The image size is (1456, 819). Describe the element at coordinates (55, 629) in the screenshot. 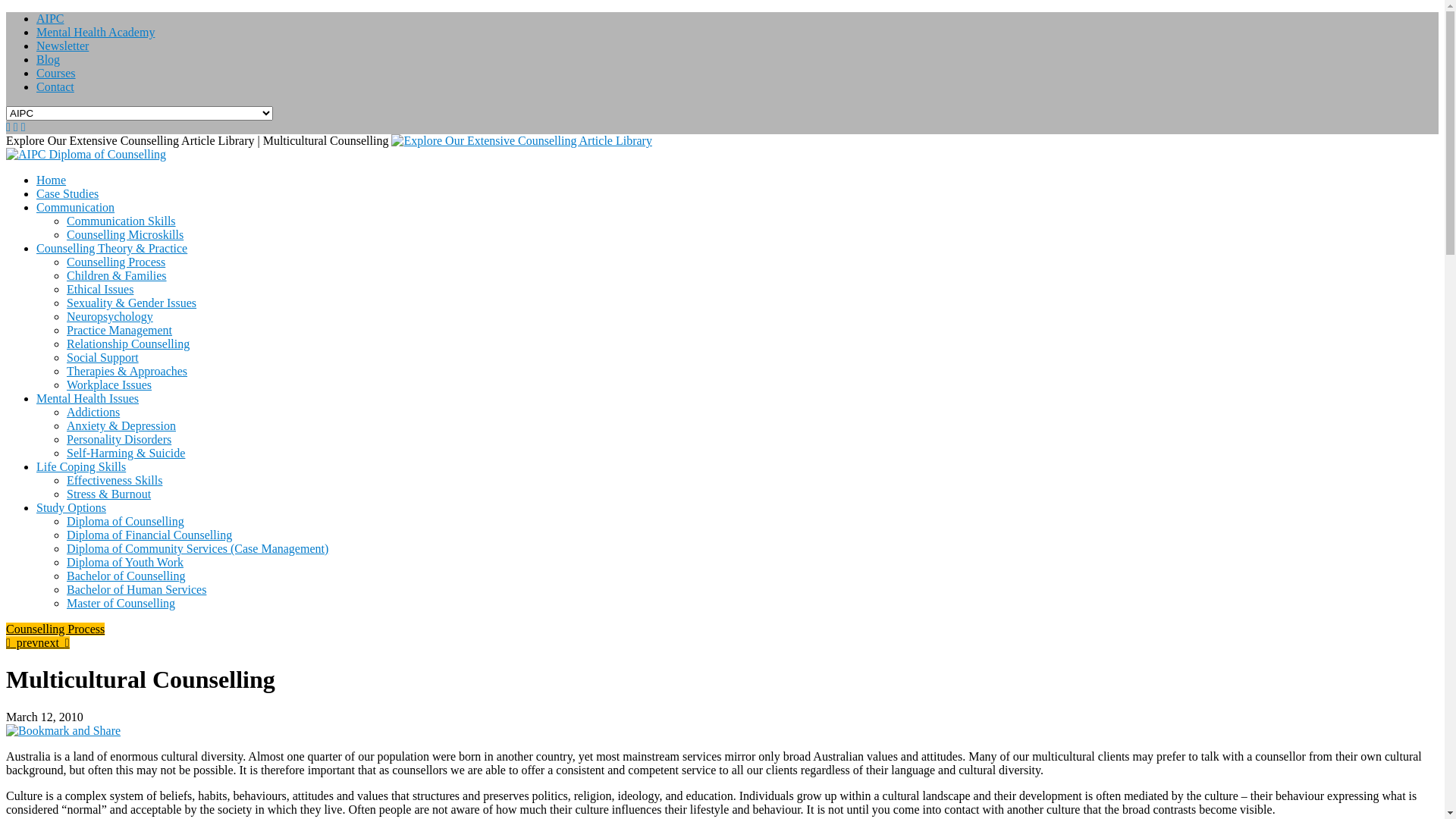

I see `'Counselling Process'` at that location.